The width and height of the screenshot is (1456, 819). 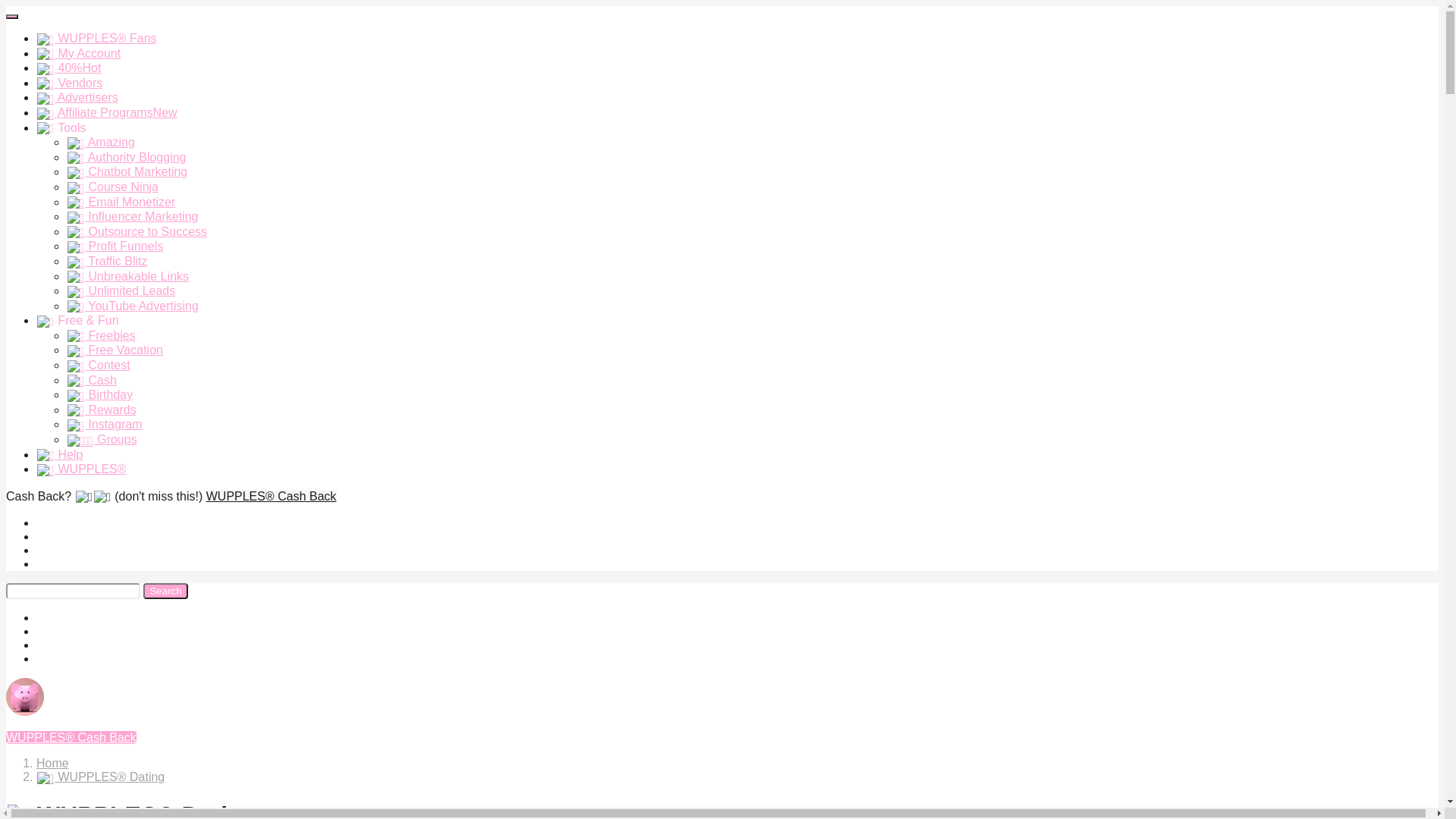 What do you see at coordinates (132, 216) in the screenshot?
I see `'Influencer Marketing'` at bounding box center [132, 216].